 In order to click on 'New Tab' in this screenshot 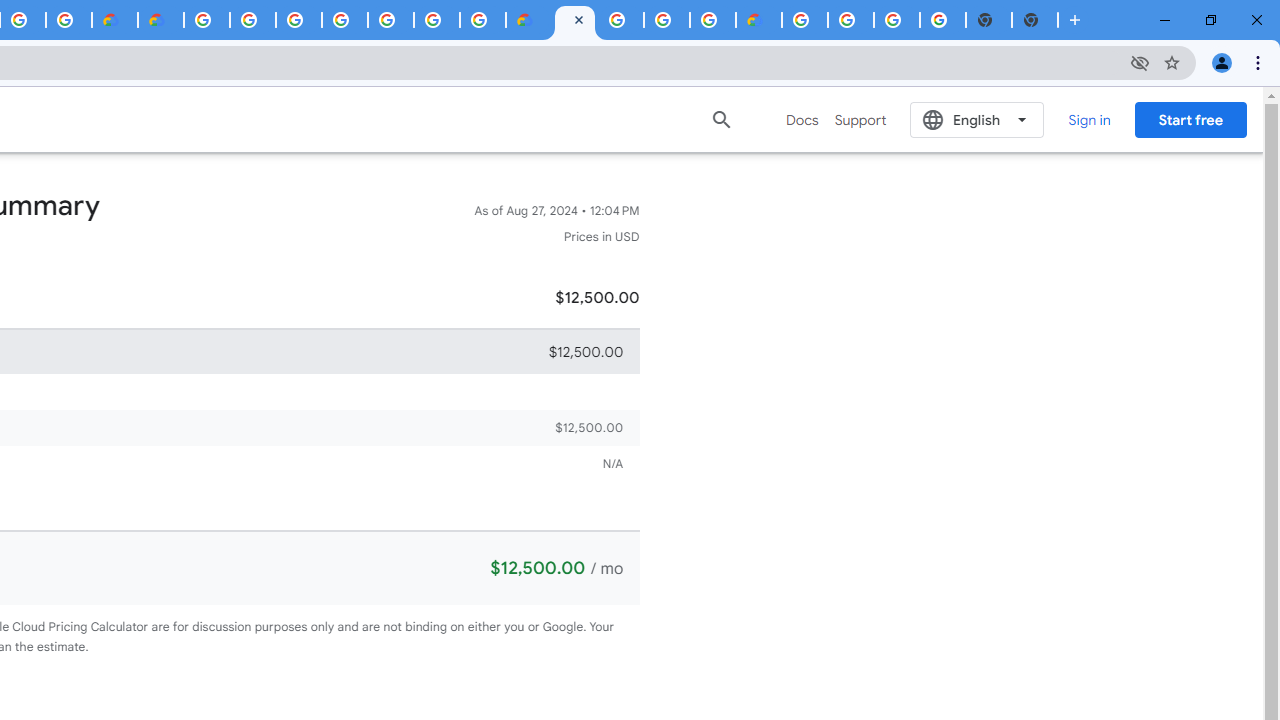, I will do `click(1035, 20)`.